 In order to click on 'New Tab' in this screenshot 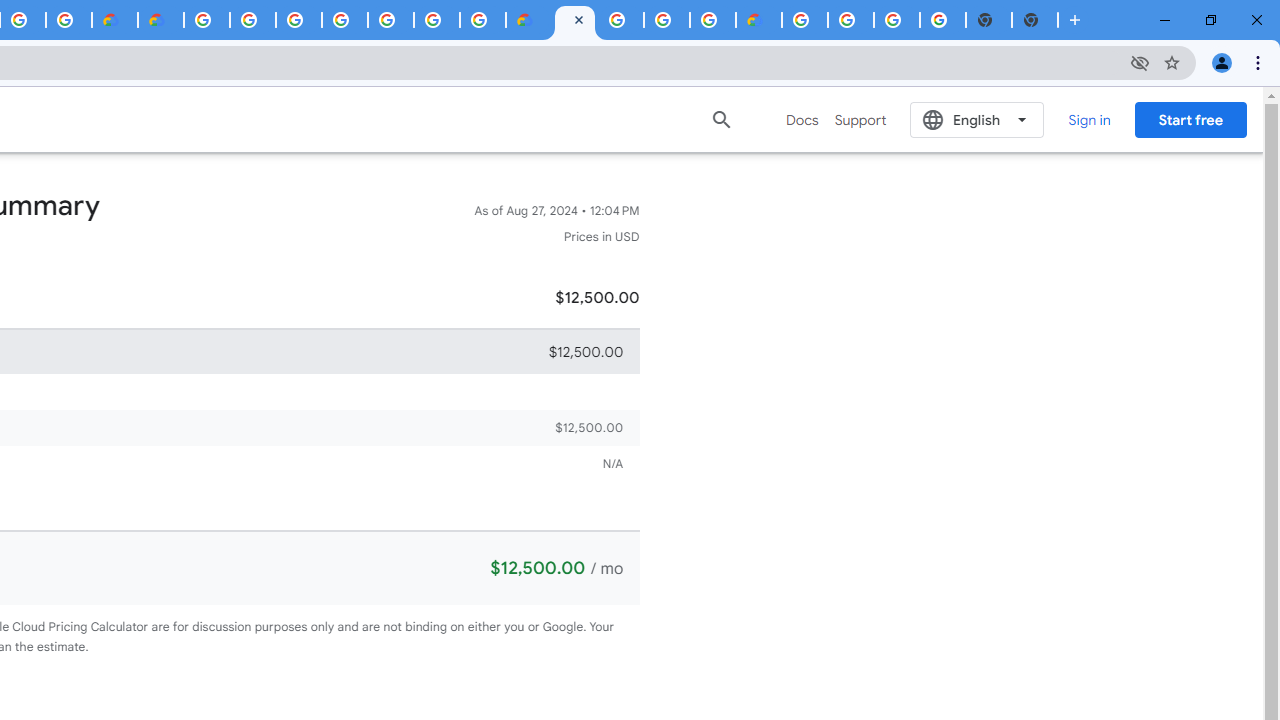, I will do `click(1035, 20)`.